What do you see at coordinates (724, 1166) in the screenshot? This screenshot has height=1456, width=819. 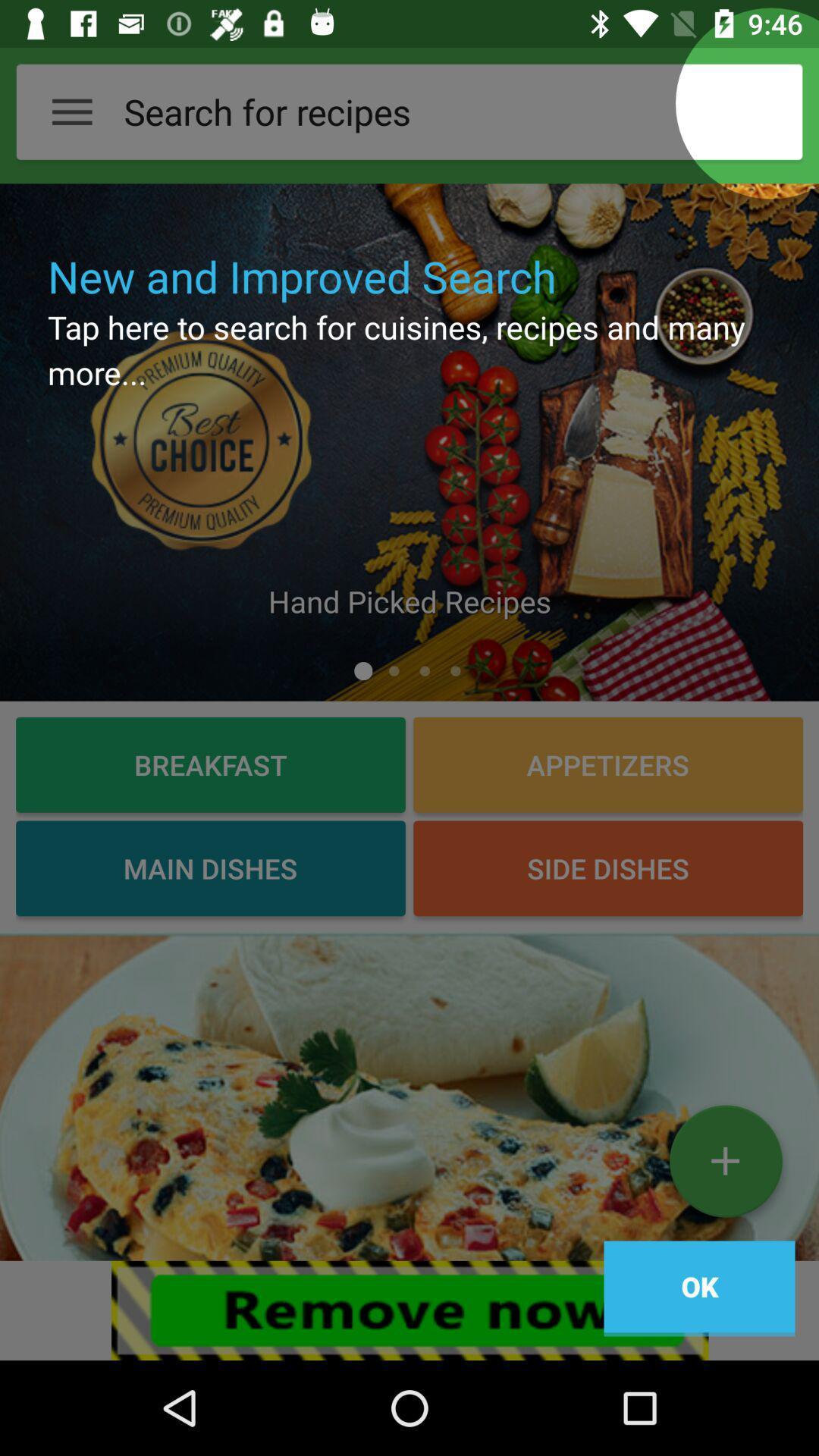 I see `more option` at bounding box center [724, 1166].